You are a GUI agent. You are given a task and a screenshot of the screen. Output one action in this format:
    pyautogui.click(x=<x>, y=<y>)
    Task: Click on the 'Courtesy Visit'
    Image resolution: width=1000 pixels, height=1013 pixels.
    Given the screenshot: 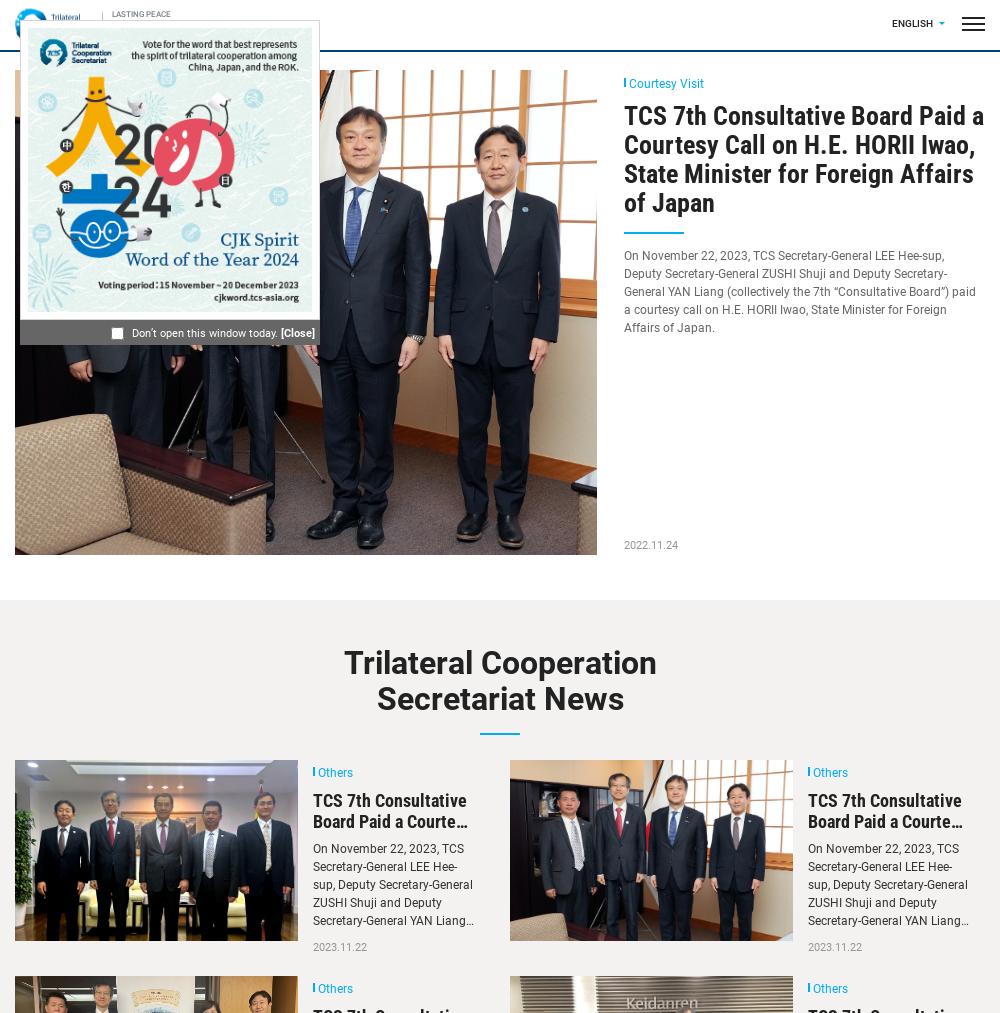 What is the action you would take?
    pyautogui.click(x=666, y=82)
    